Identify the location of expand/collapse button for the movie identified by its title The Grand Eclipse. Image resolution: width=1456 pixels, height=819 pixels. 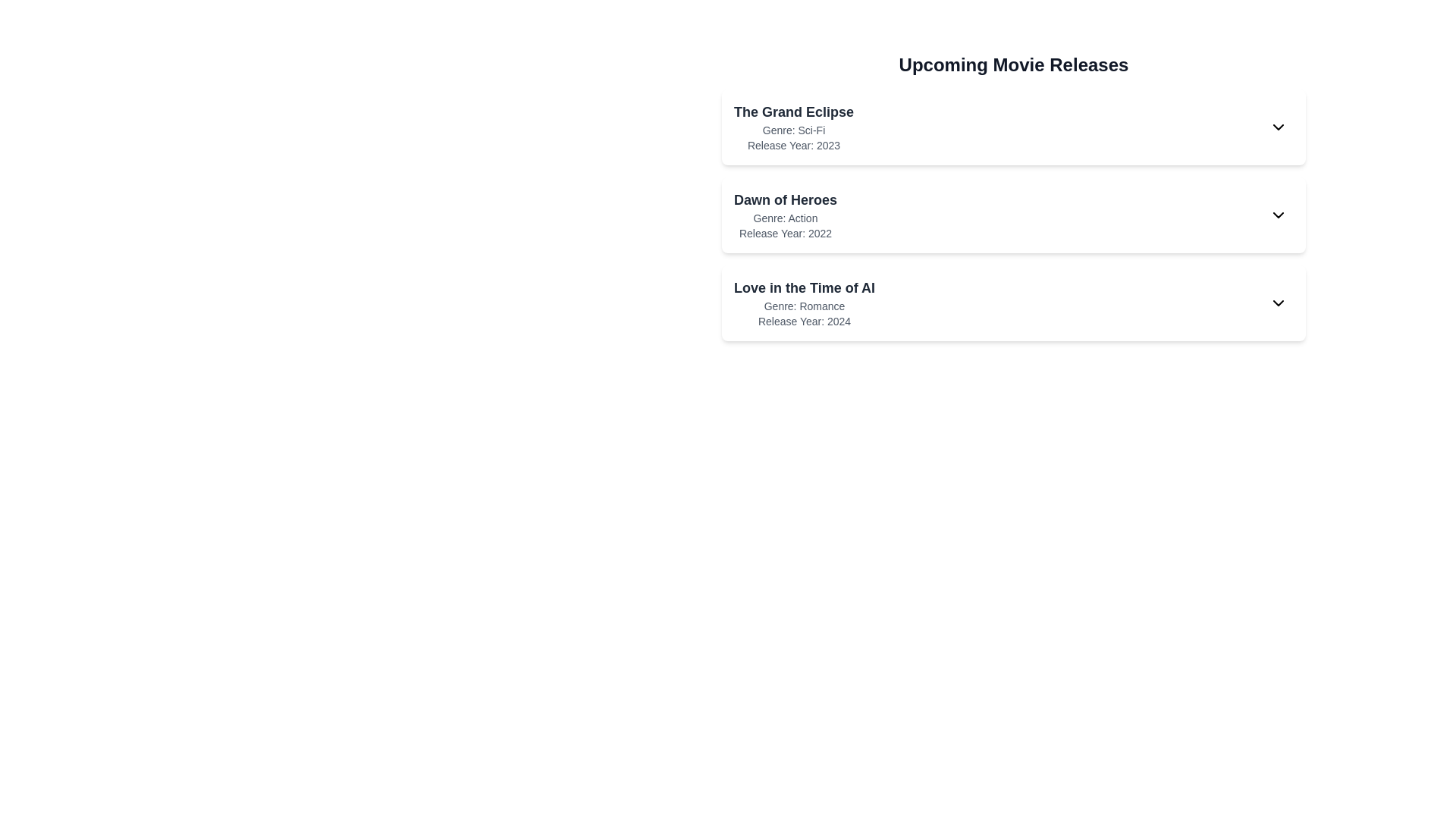
(1277, 127).